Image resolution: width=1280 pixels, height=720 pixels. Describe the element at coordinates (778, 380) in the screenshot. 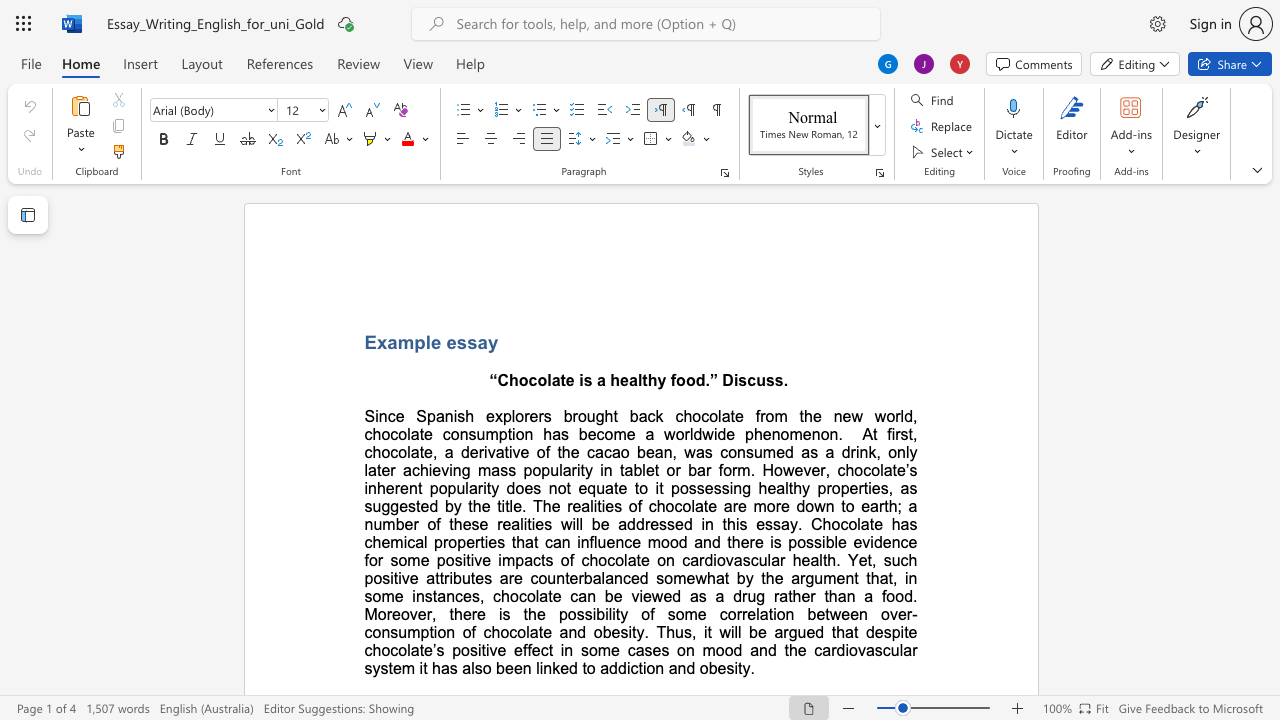

I see `the 4th character "s" in the text` at that location.